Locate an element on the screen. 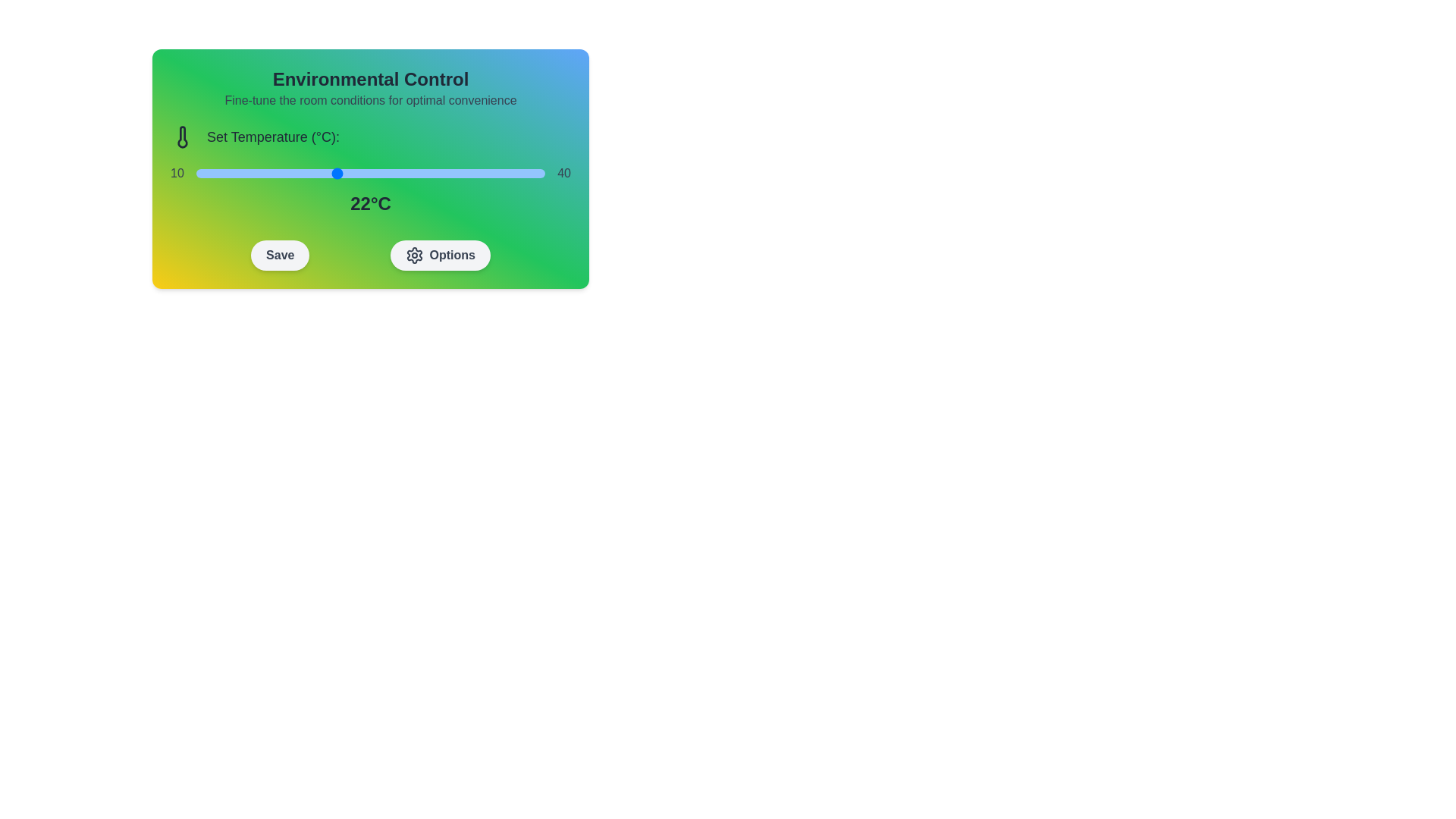 The image size is (1456, 819). the temperature is located at coordinates (510, 172).